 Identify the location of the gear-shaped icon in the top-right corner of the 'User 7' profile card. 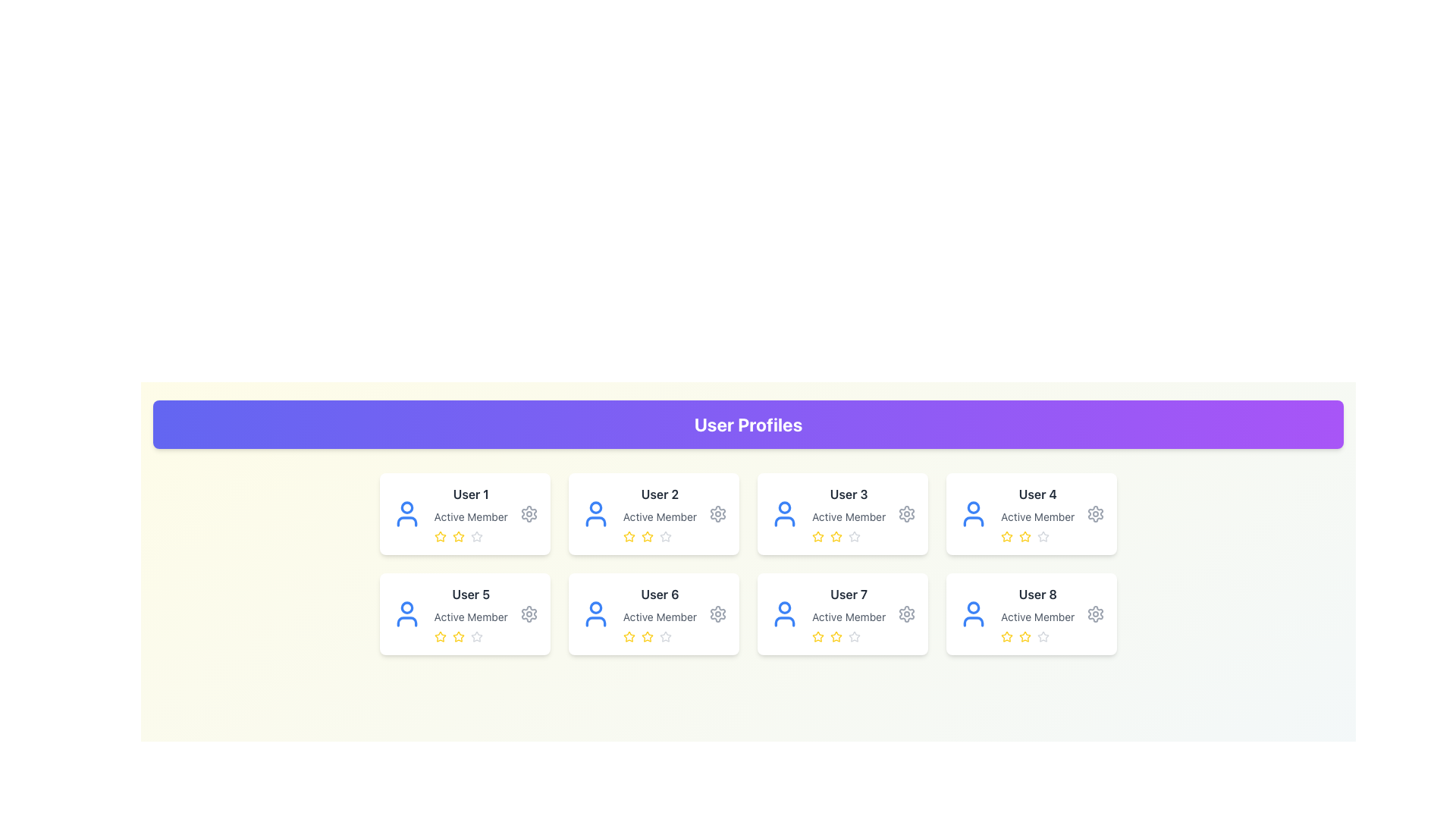
(907, 614).